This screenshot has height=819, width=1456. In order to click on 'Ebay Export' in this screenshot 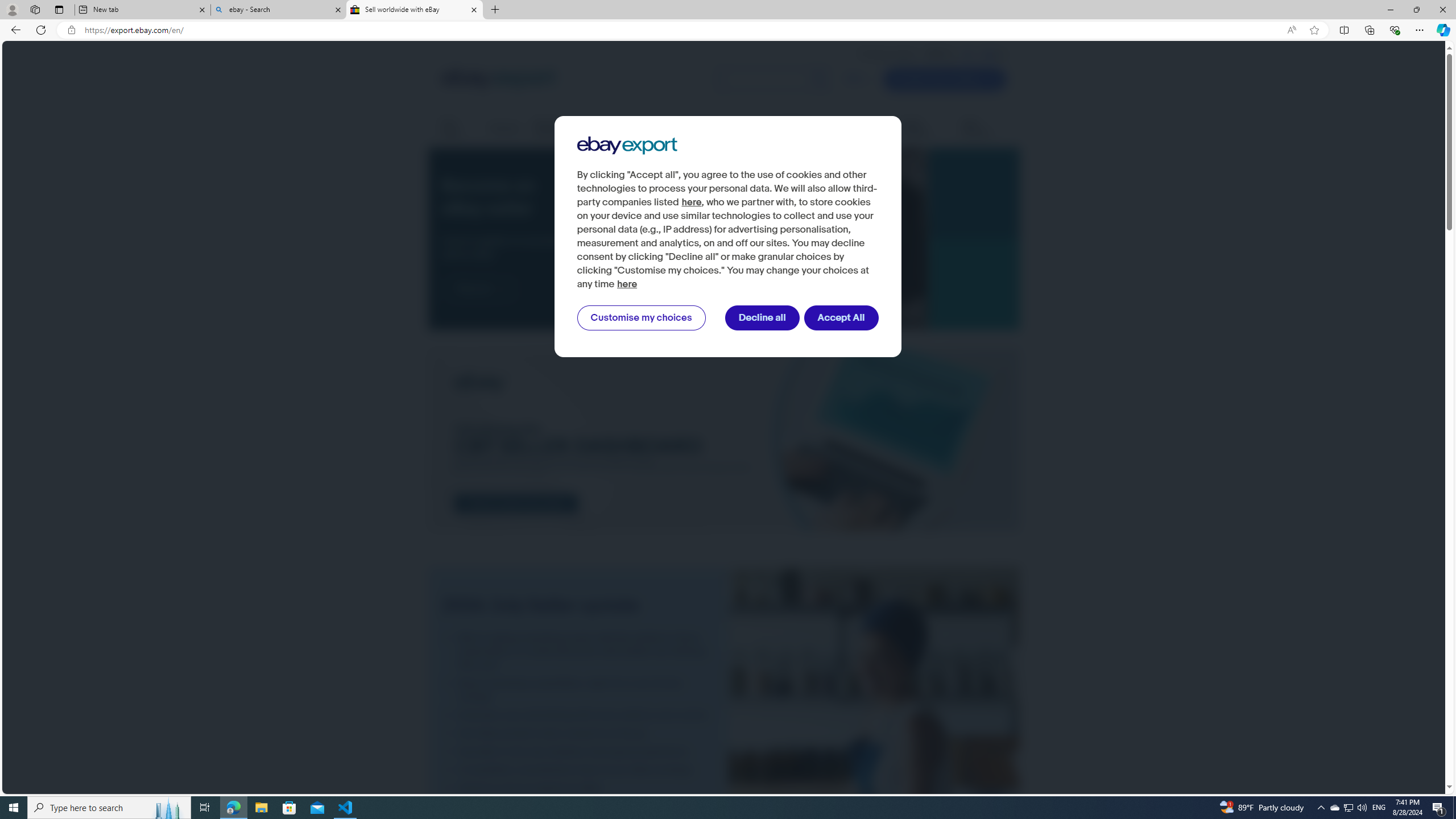, I will do `click(626, 146)`.